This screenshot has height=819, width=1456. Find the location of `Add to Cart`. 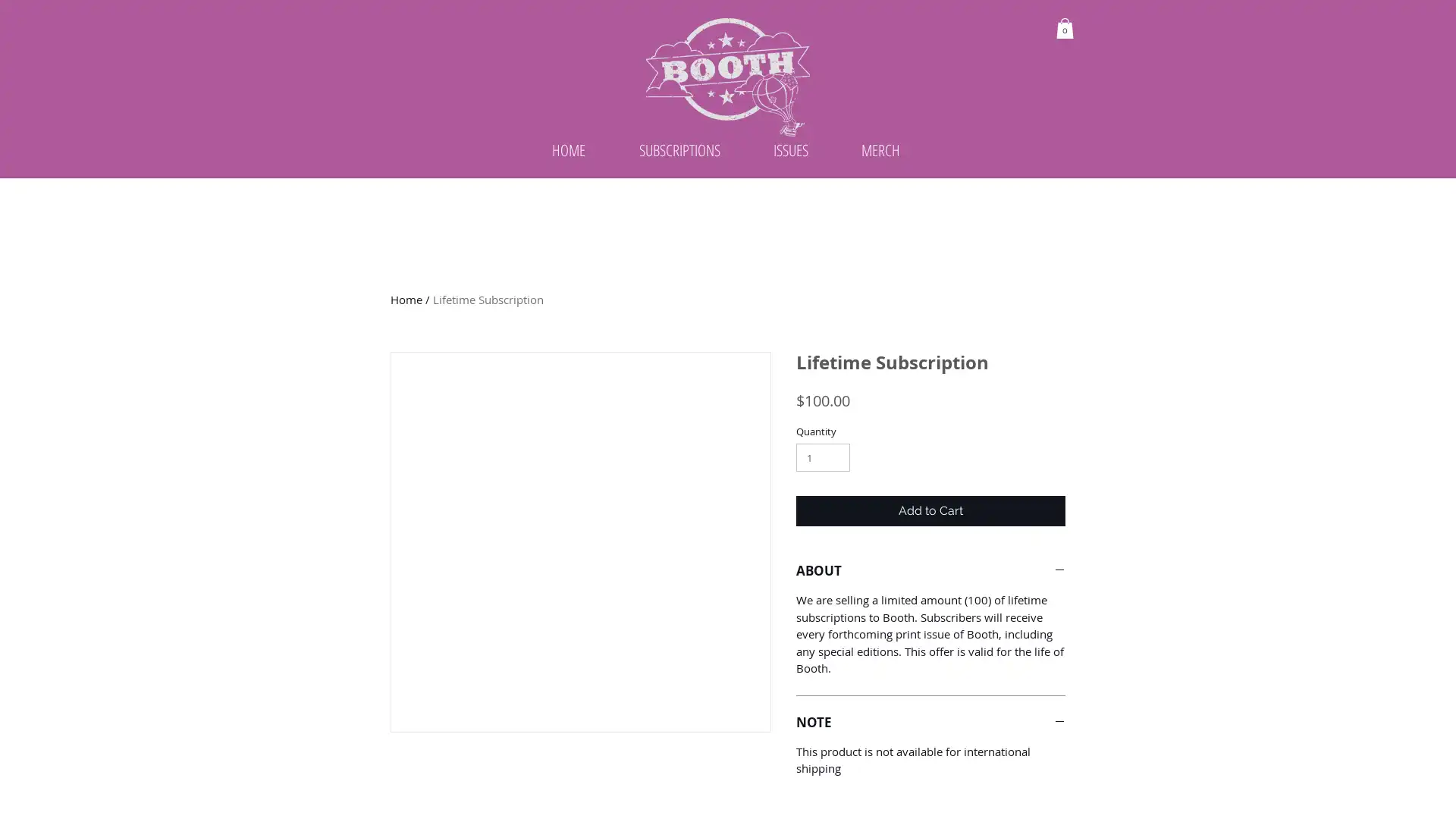

Add to Cart is located at coordinates (930, 550).